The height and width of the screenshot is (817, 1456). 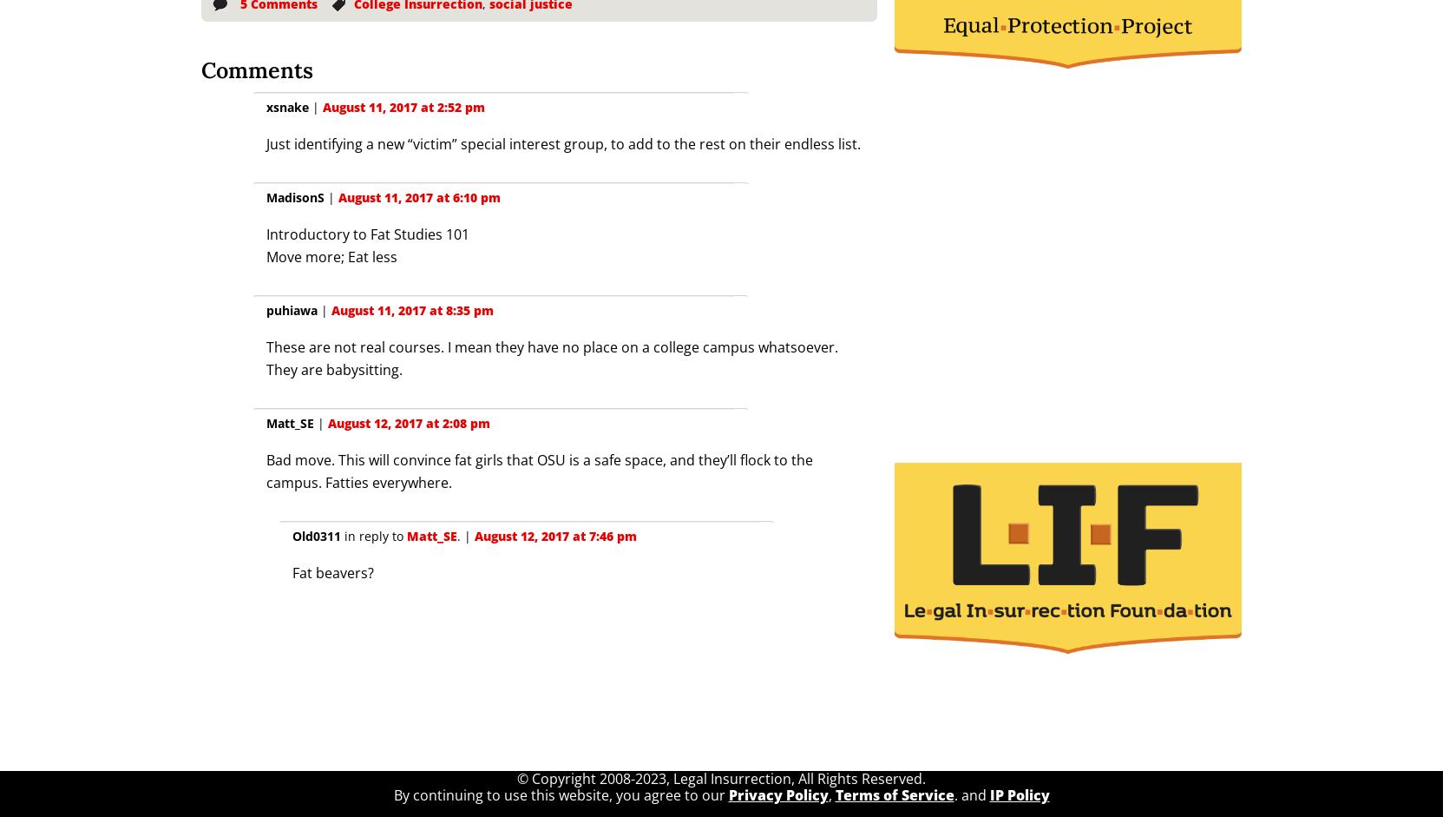 What do you see at coordinates (720, 778) in the screenshot?
I see `'© Copyright 2008-2023, Legal Insurrection, All Rights Reserved.'` at bounding box center [720, 778].